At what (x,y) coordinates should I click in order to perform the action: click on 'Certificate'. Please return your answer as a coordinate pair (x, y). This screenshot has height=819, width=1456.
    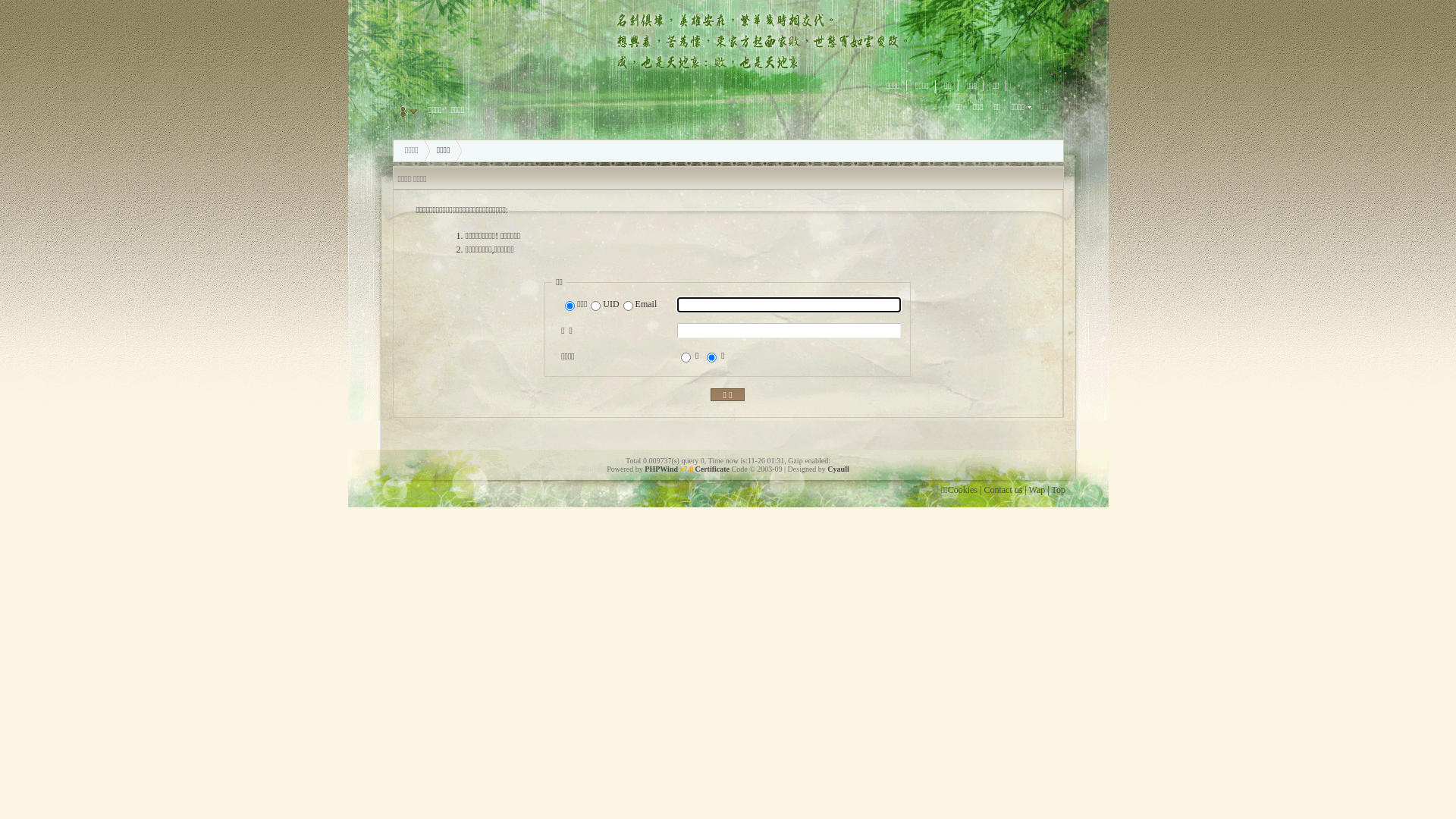
    Looking at the image, I should click on (712, 468).